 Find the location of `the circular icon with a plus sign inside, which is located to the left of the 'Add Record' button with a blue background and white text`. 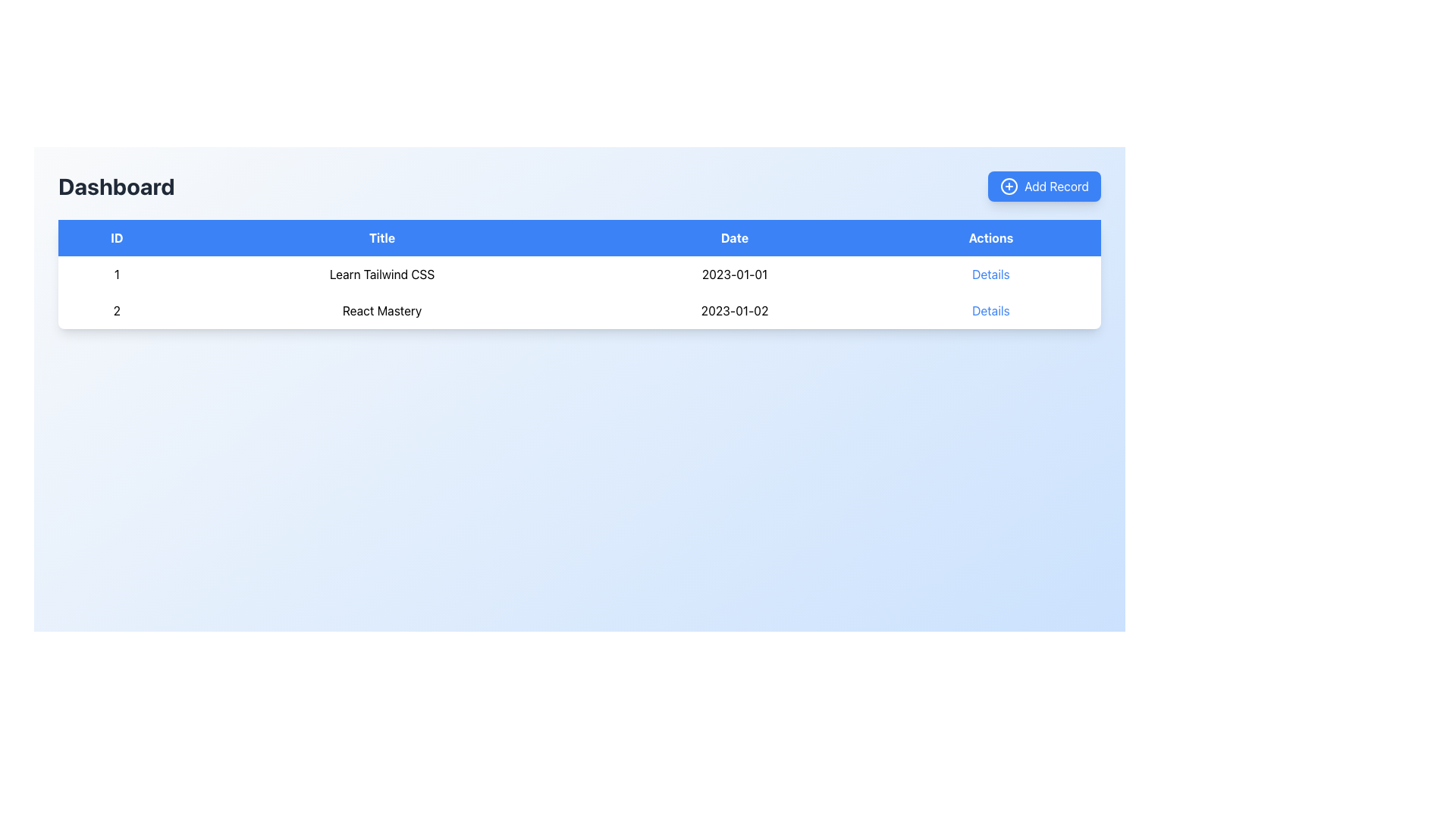

the circular icon with a plus sign inside, which is located to the left of the 'Add Record' button with a blue background and white text is located at coordinates (1009, 186).